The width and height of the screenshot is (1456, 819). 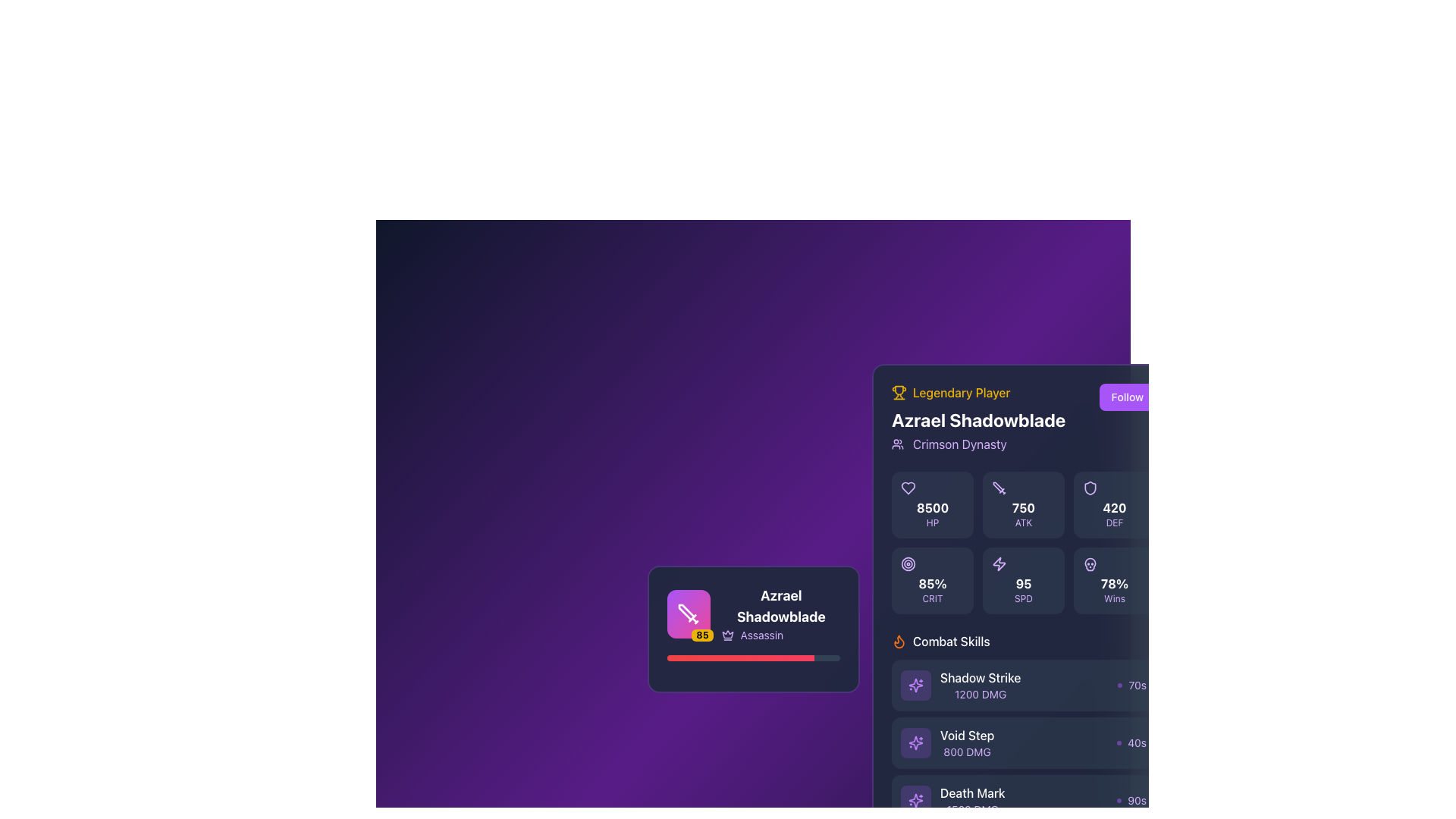 What do you see at coordinates (997, 487) in the screenshot?
I see `the SVG graphic icon resembling a sword located in the second grid cell representing 'ATK' next to the numeric value '750'` at bounding box center [997, 487].